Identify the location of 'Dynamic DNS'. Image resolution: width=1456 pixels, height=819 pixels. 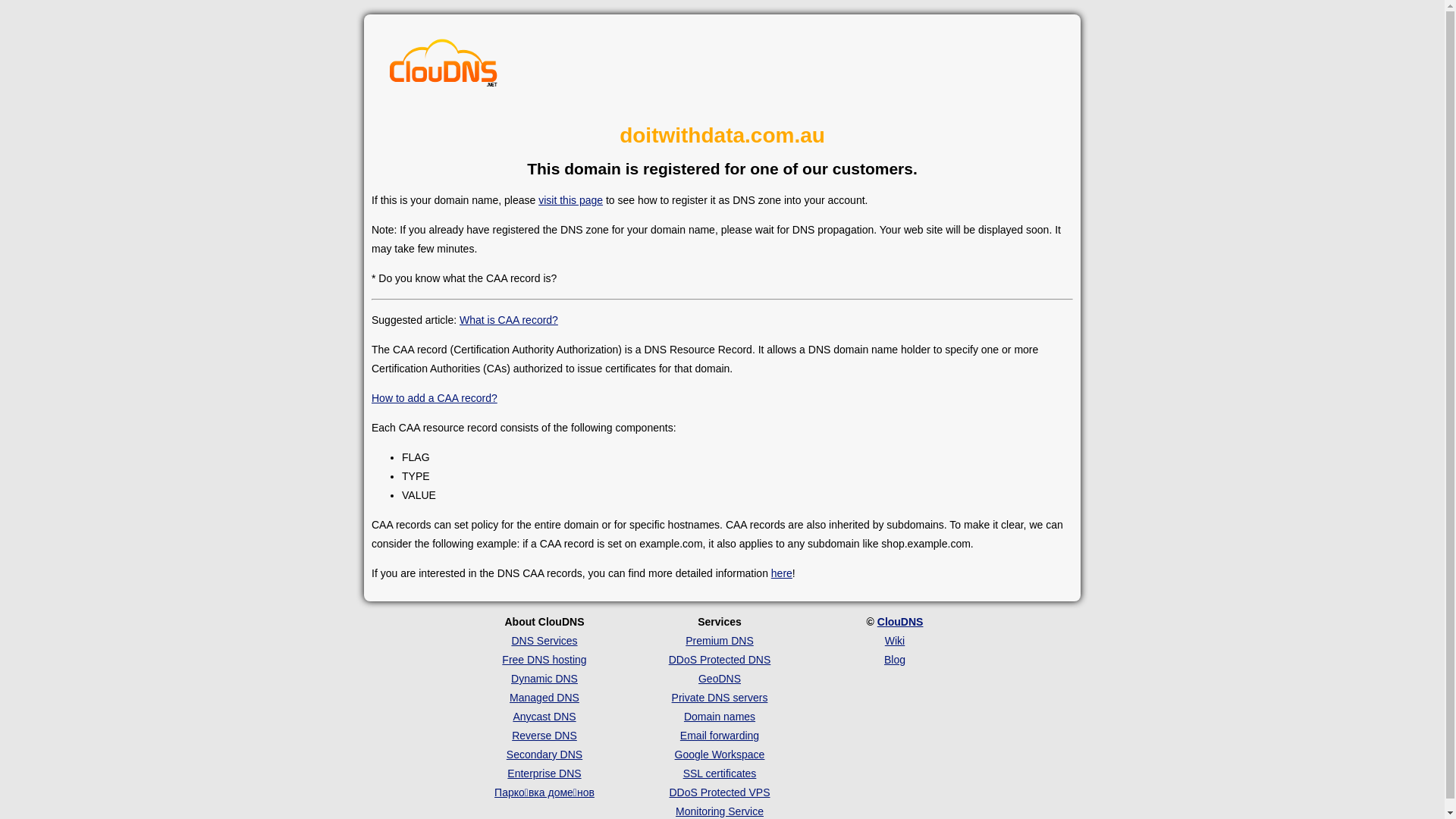
(544, 677).